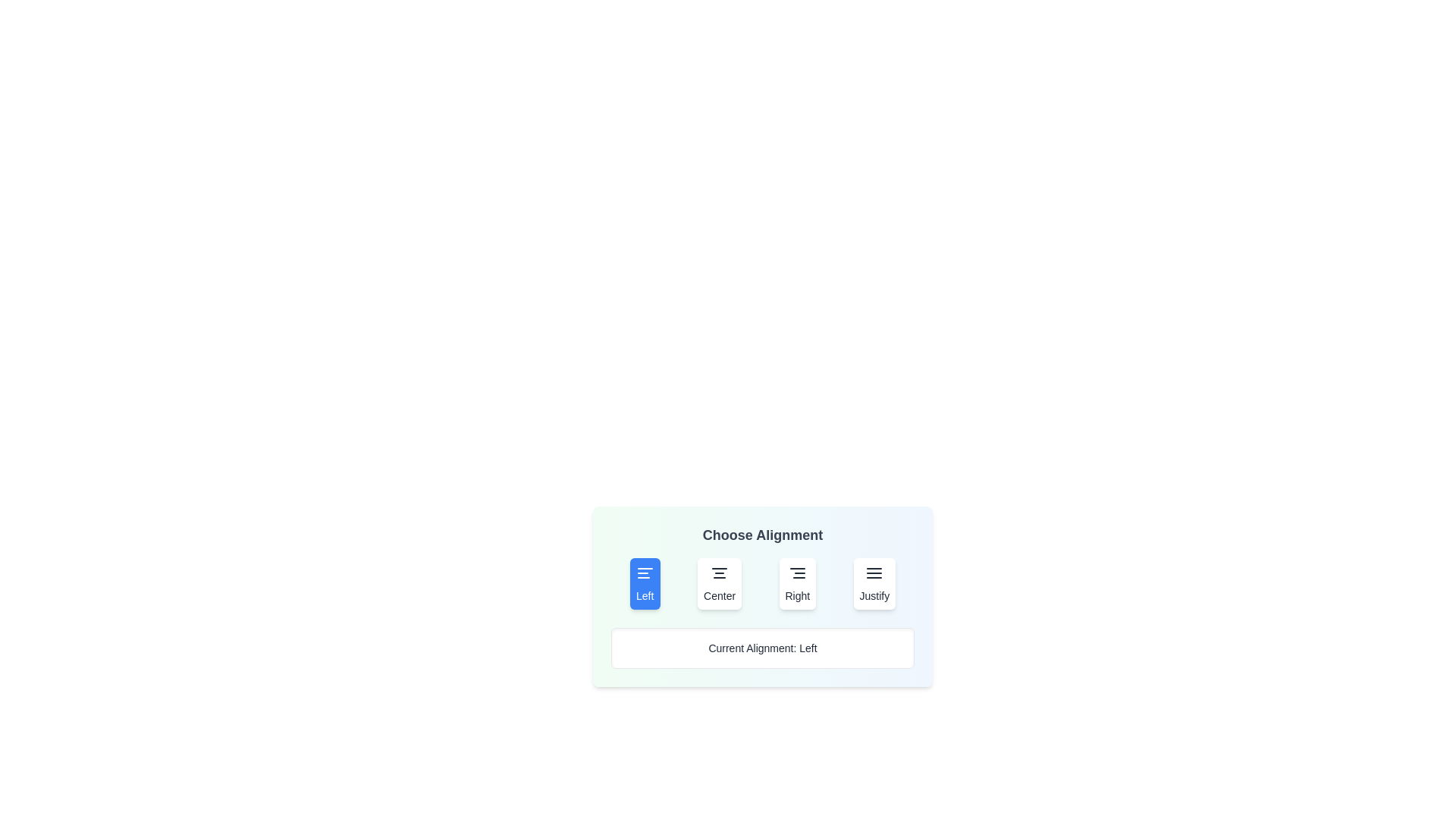 The width and height of the screenshot is (1456, 819). I want to click on the 'Center' button to set alignment to 'Center', so click(719, 583).